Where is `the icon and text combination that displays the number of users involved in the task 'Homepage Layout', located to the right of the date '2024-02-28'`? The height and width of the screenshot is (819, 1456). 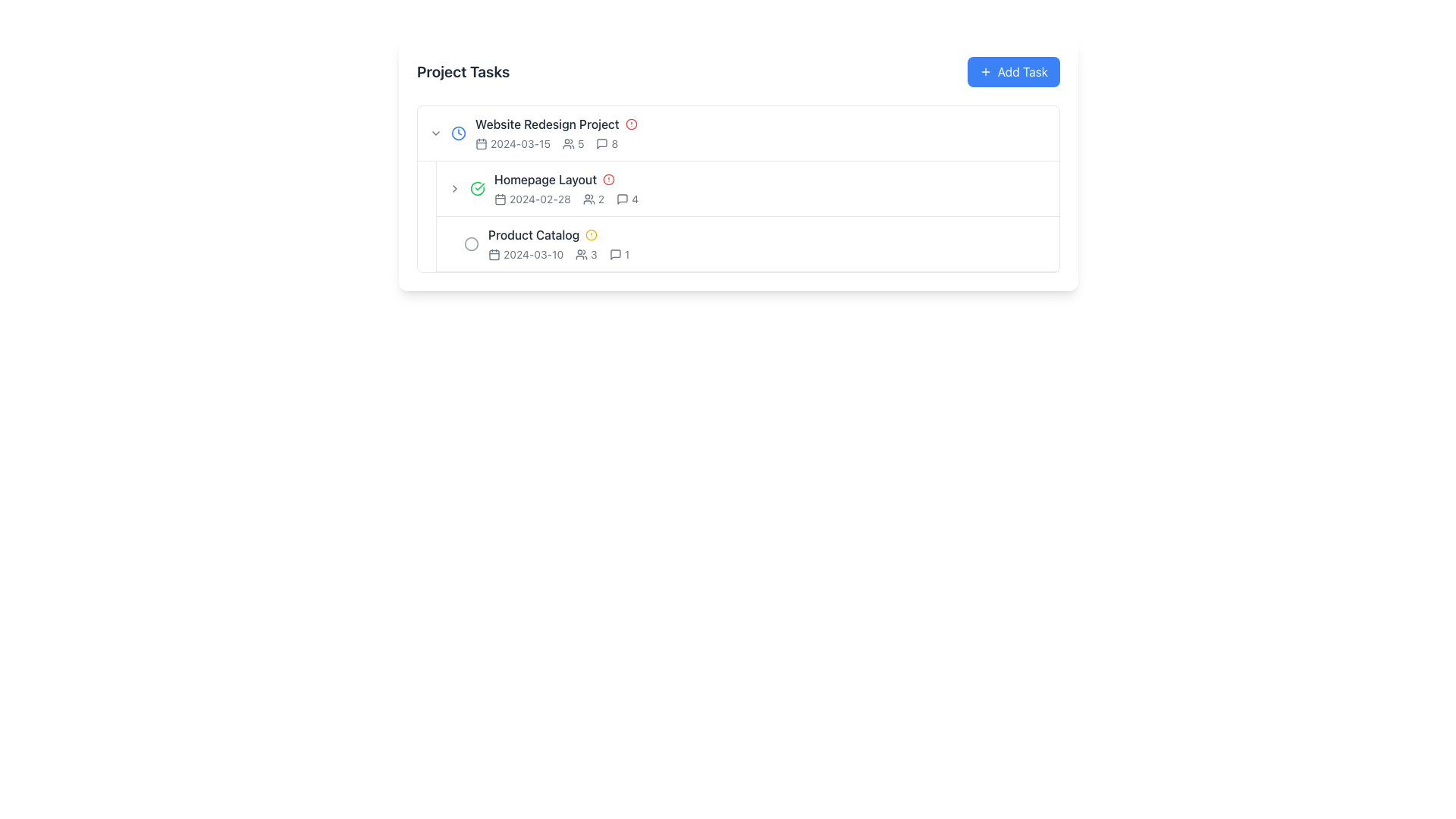
the icon and text combination that displays the number of users involved in the task 'Homepage Layout', located to the right of the date '2024-02-28' is located at coordinates (592, 198).